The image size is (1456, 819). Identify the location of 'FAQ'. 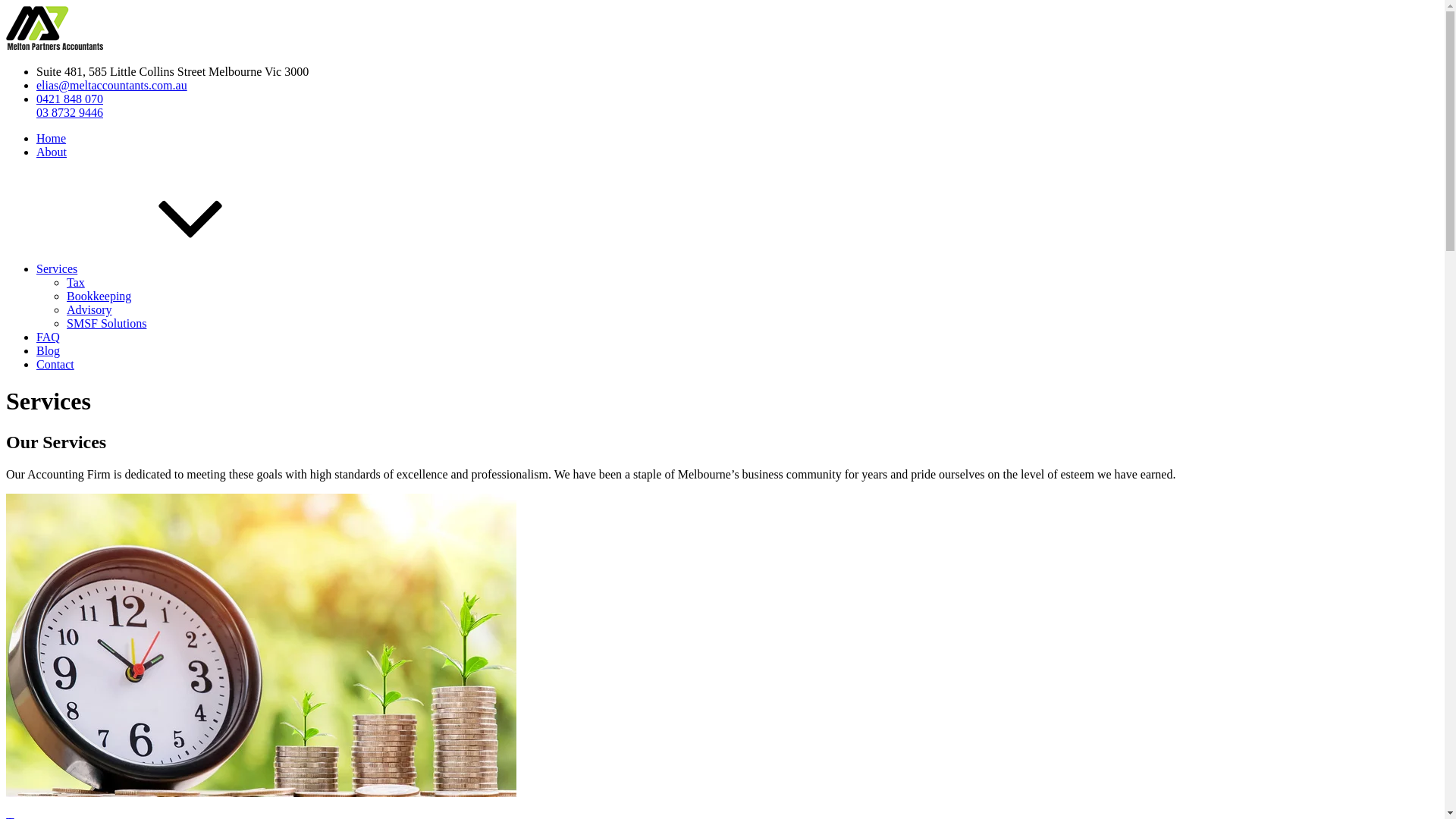
(36, 336).